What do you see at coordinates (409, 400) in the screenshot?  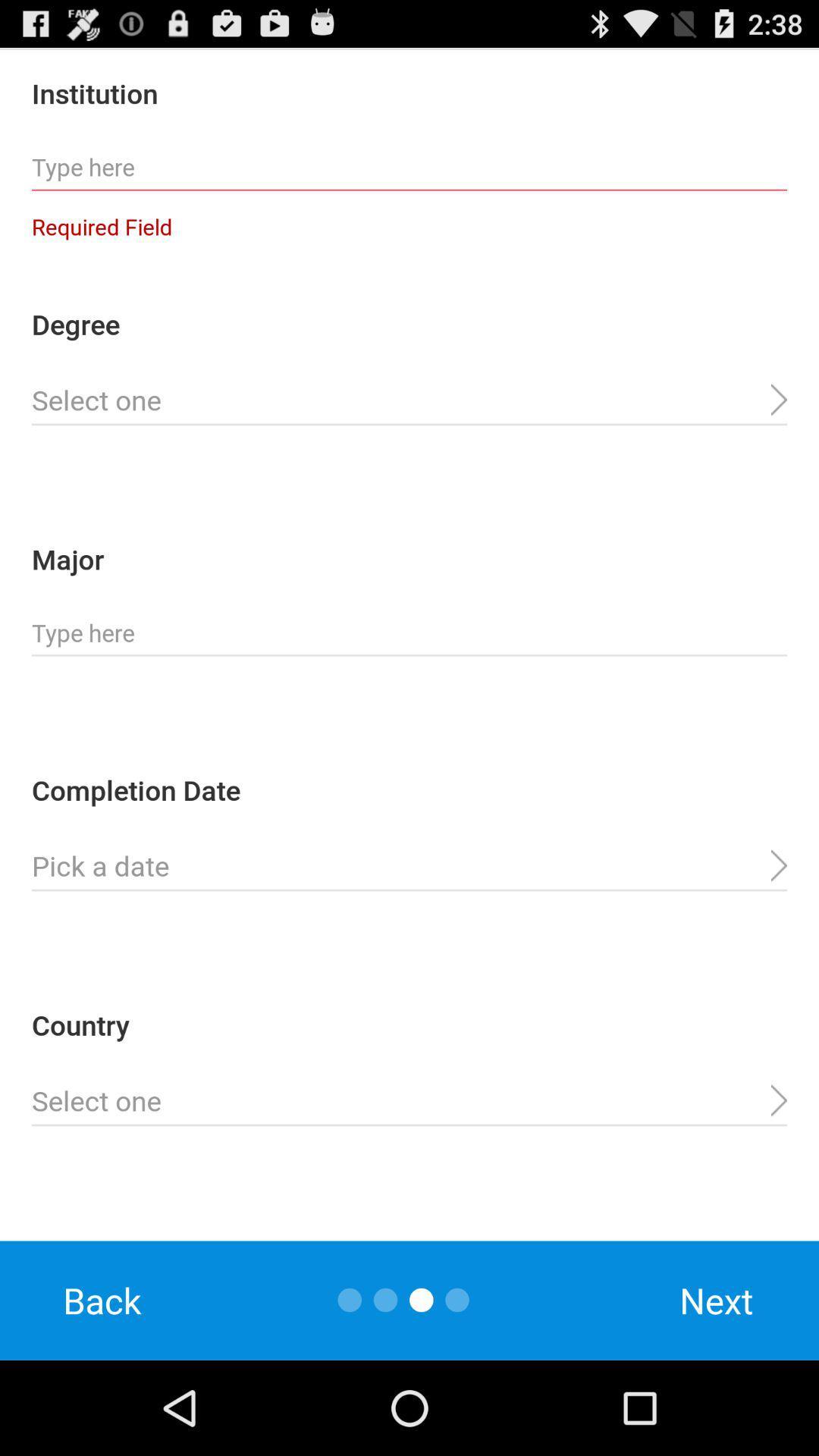 I see `data entry field` at bounding box center [409, 400].